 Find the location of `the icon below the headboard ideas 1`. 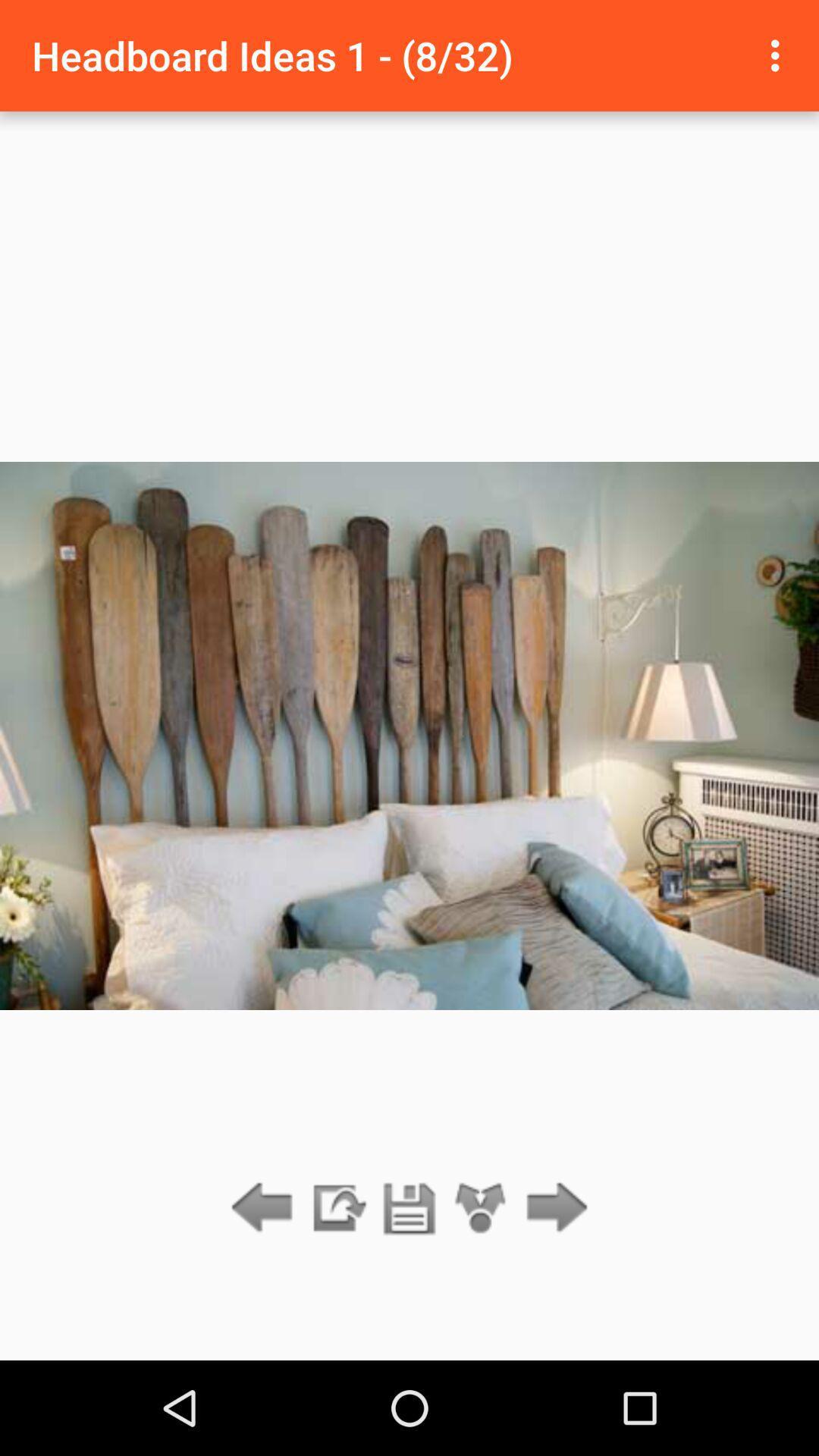

the icon below the headboard ideas 1 is located at coordinates (337, 1208).